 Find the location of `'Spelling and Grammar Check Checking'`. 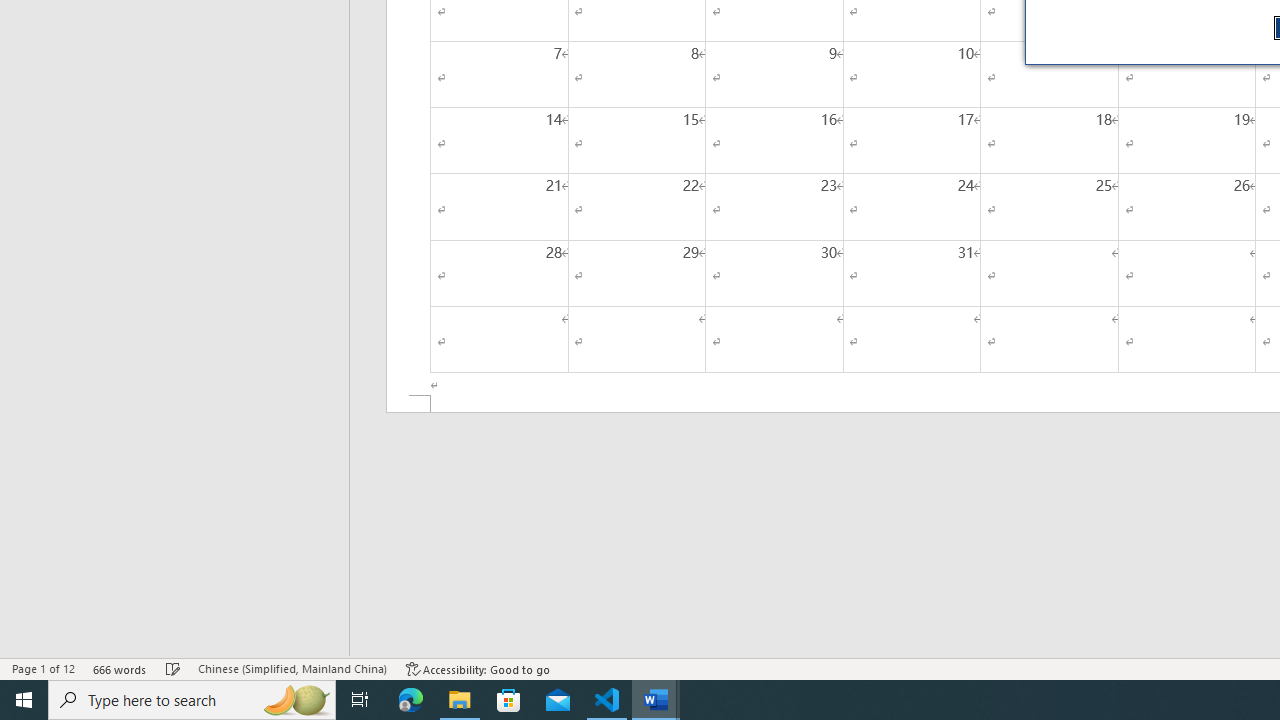

'Spelling and Grammar Check Checking' is located at coordinates (173, 669).